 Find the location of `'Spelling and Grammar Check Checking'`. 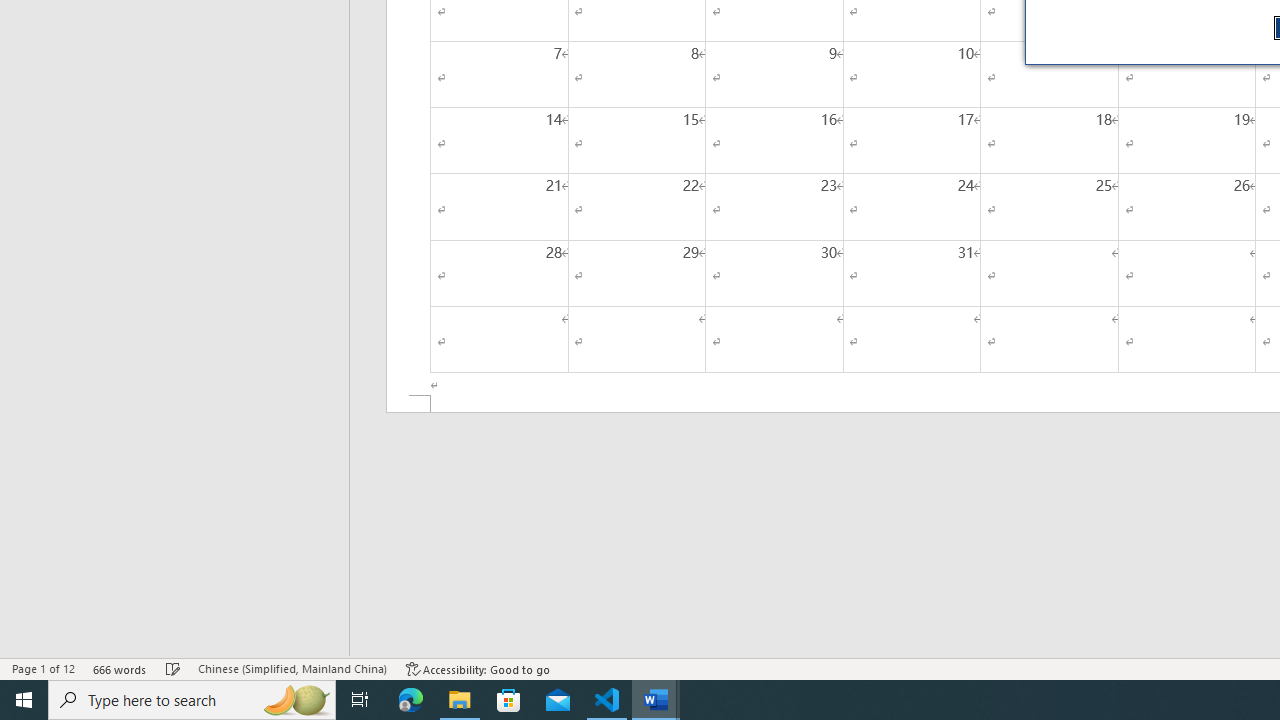

'Spelling and Grammar Check Checking' is located at coordinates (173, 669).